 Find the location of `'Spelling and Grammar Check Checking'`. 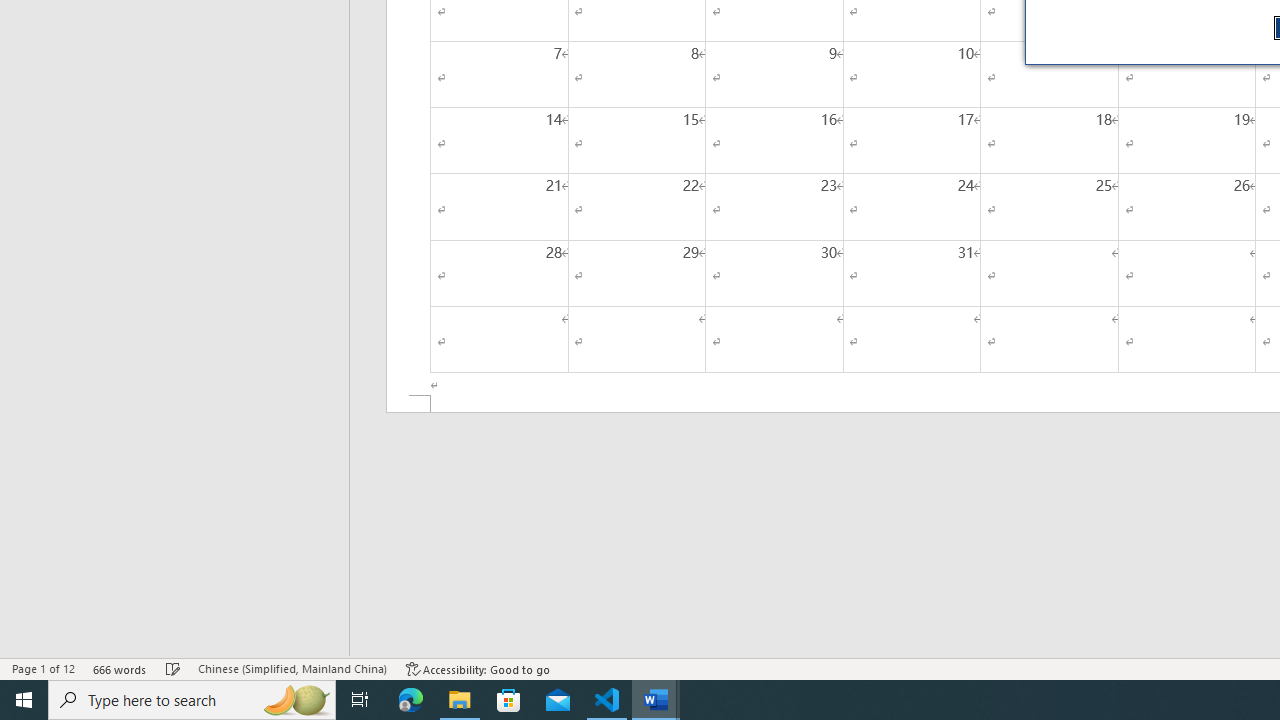

'Spelling and Grammar Check Checking' is located at coordinates (173, 669).